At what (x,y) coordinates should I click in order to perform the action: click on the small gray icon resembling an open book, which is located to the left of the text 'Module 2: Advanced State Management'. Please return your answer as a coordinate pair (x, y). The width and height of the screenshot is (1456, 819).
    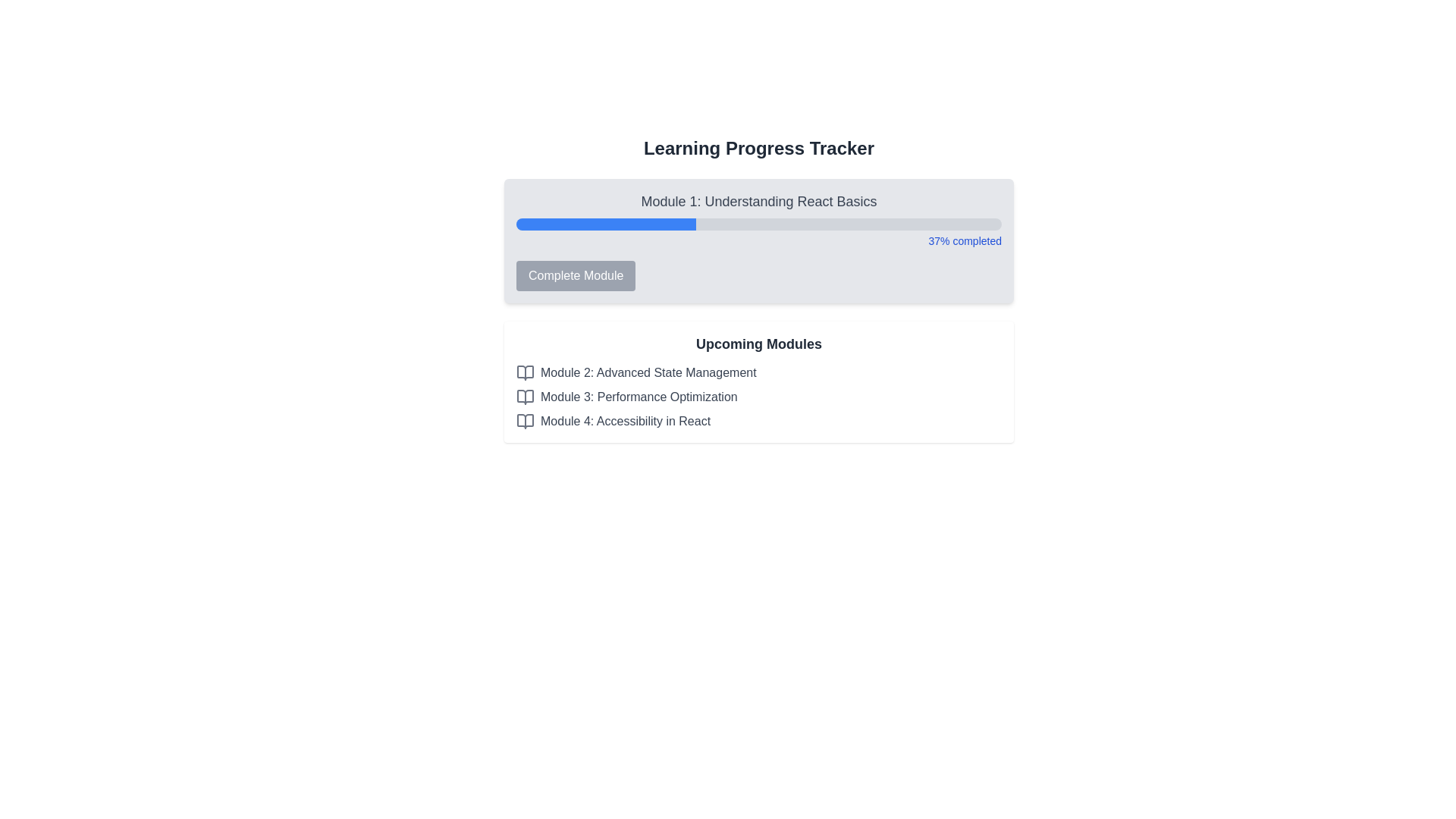
    Looking at the image, I should click on (525, 373).